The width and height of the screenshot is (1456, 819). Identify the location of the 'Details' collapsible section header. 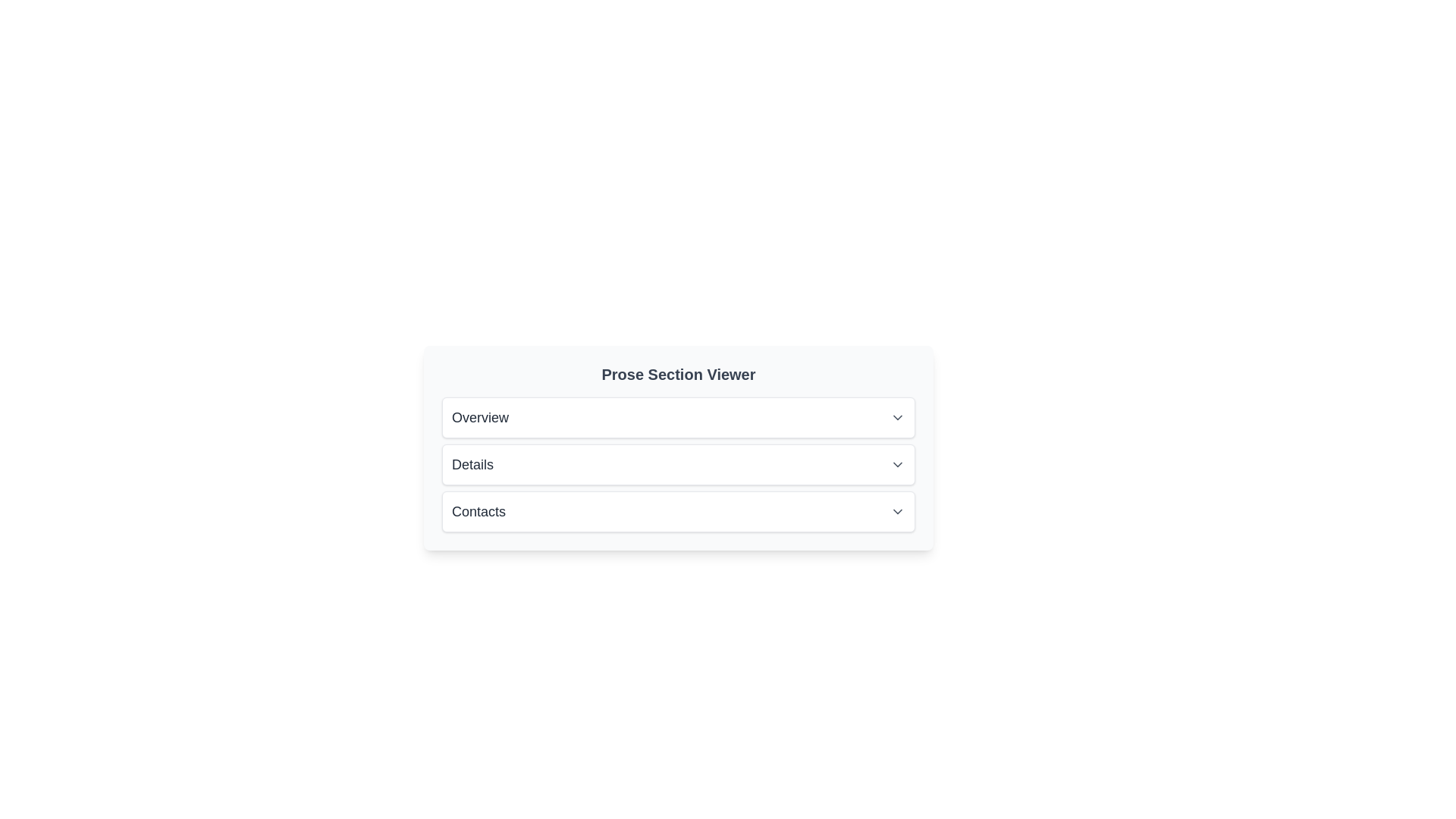
(677, 464).